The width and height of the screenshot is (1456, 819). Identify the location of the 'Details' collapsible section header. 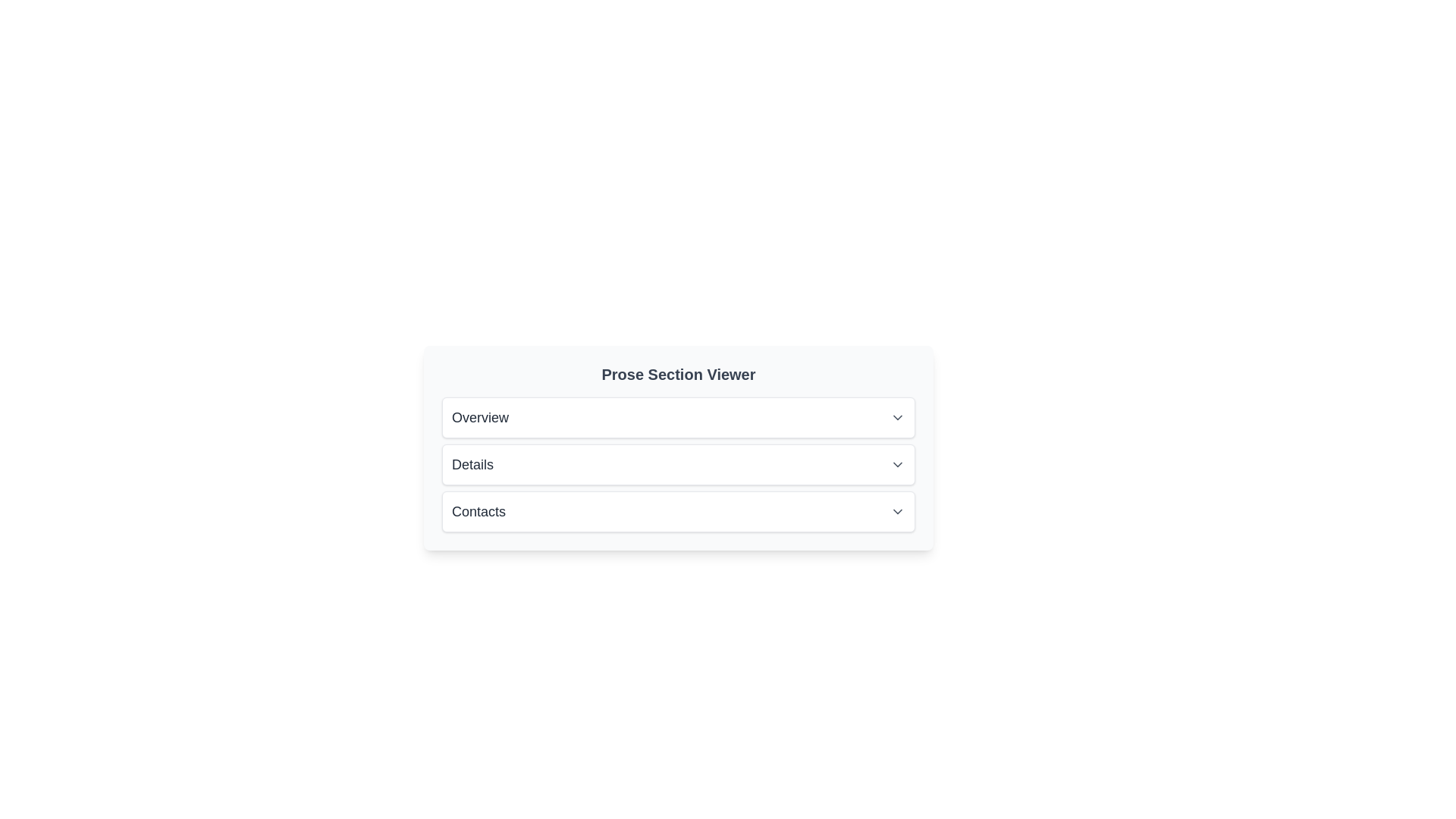
(677, 464).